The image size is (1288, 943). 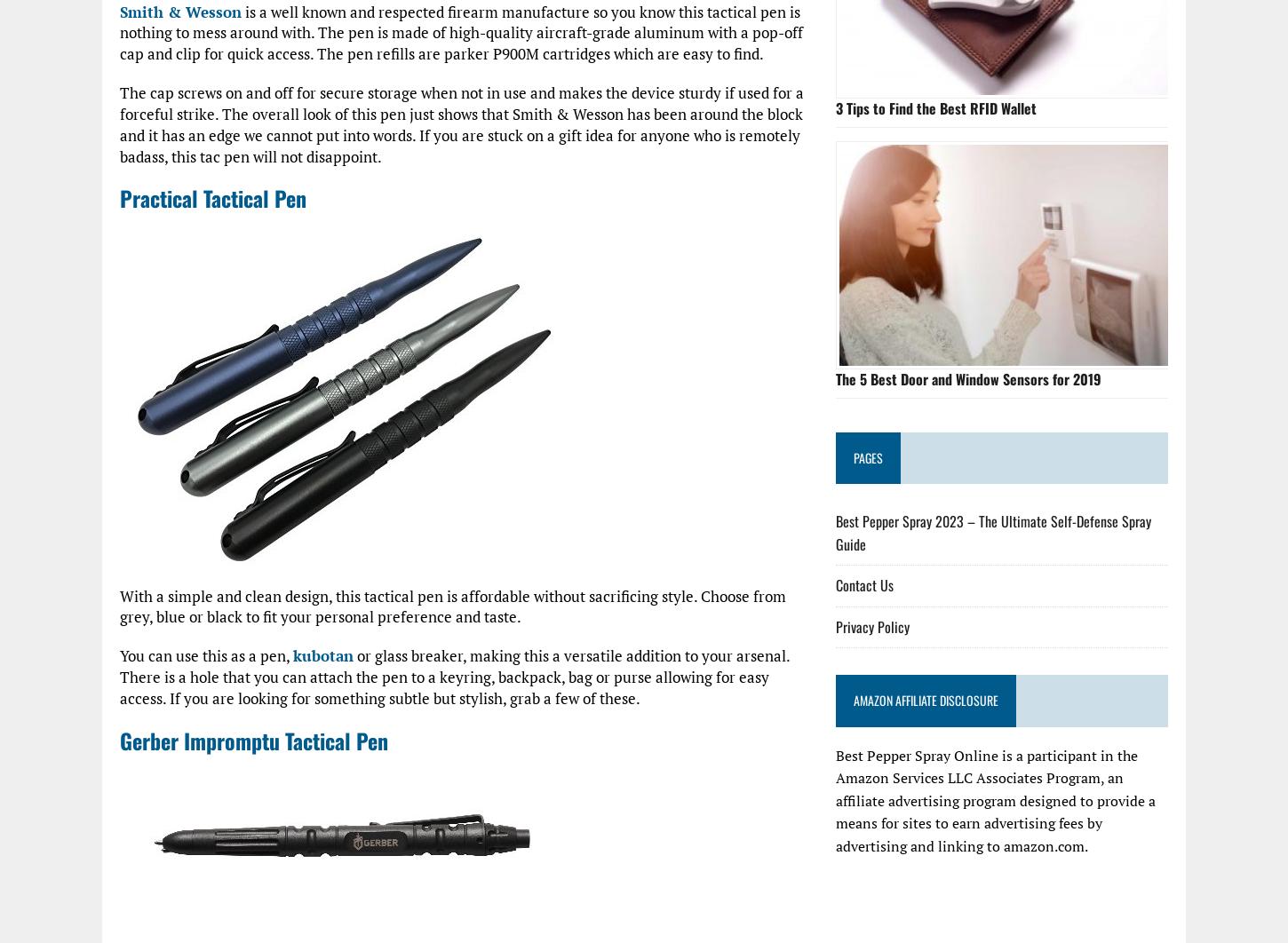 What do you see at coordinates (461, 32) in the screenshot?
I see `'is a well known and respected firearm manufacture so you know this tactical pen is nothing to mess around with. The pen is made of high-quality aircraft-grade aluminum with a pop-off cap and clip for quick access. The pen refills are parker P900M cartridges which are easy to find.'` at bounding box center [461, 32].